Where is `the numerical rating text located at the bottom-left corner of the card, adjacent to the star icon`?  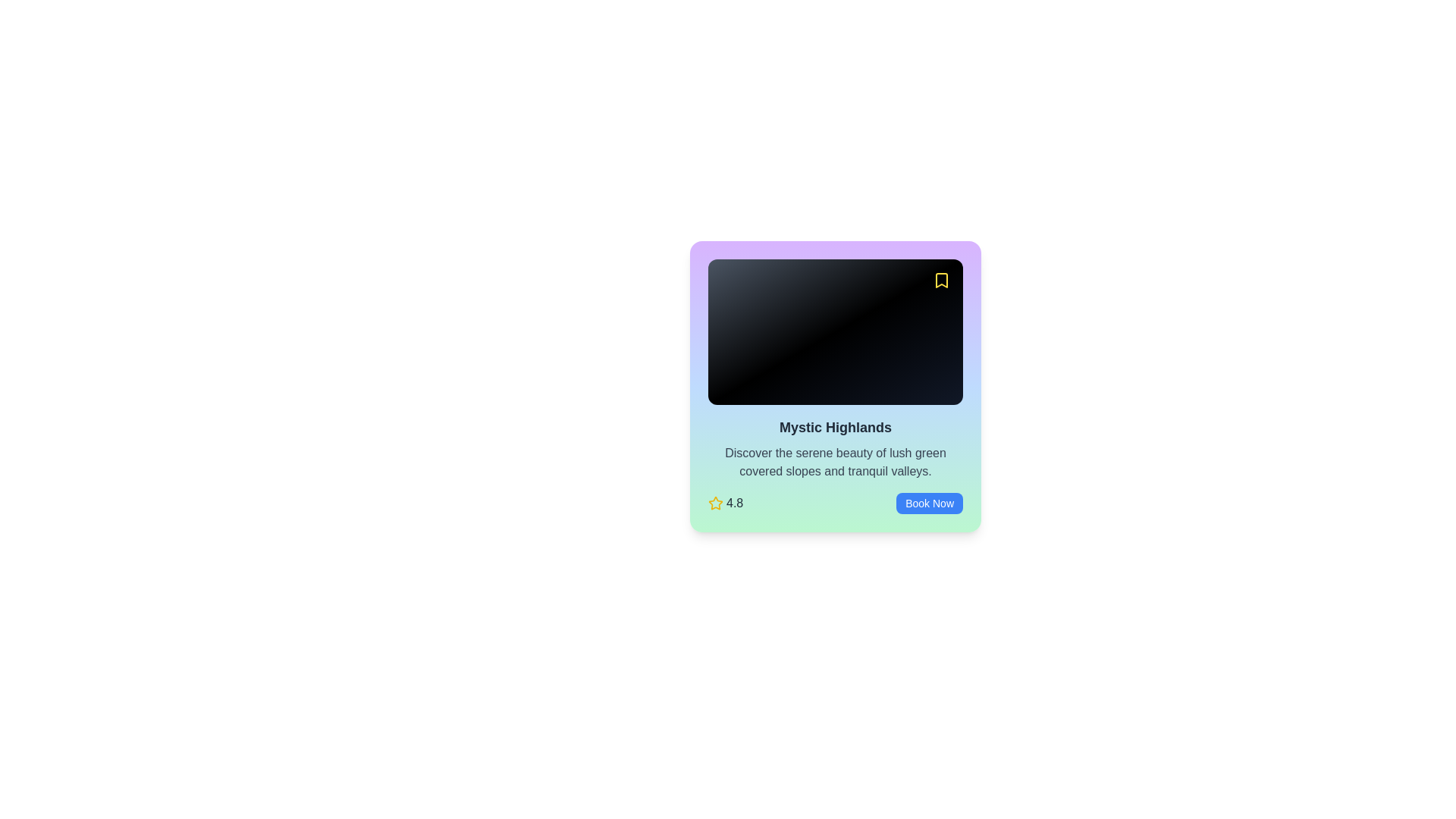 the numerical rating text located at the bottom-left corner of the card, adjacent to the star icon is located at coordinates (735, 503).